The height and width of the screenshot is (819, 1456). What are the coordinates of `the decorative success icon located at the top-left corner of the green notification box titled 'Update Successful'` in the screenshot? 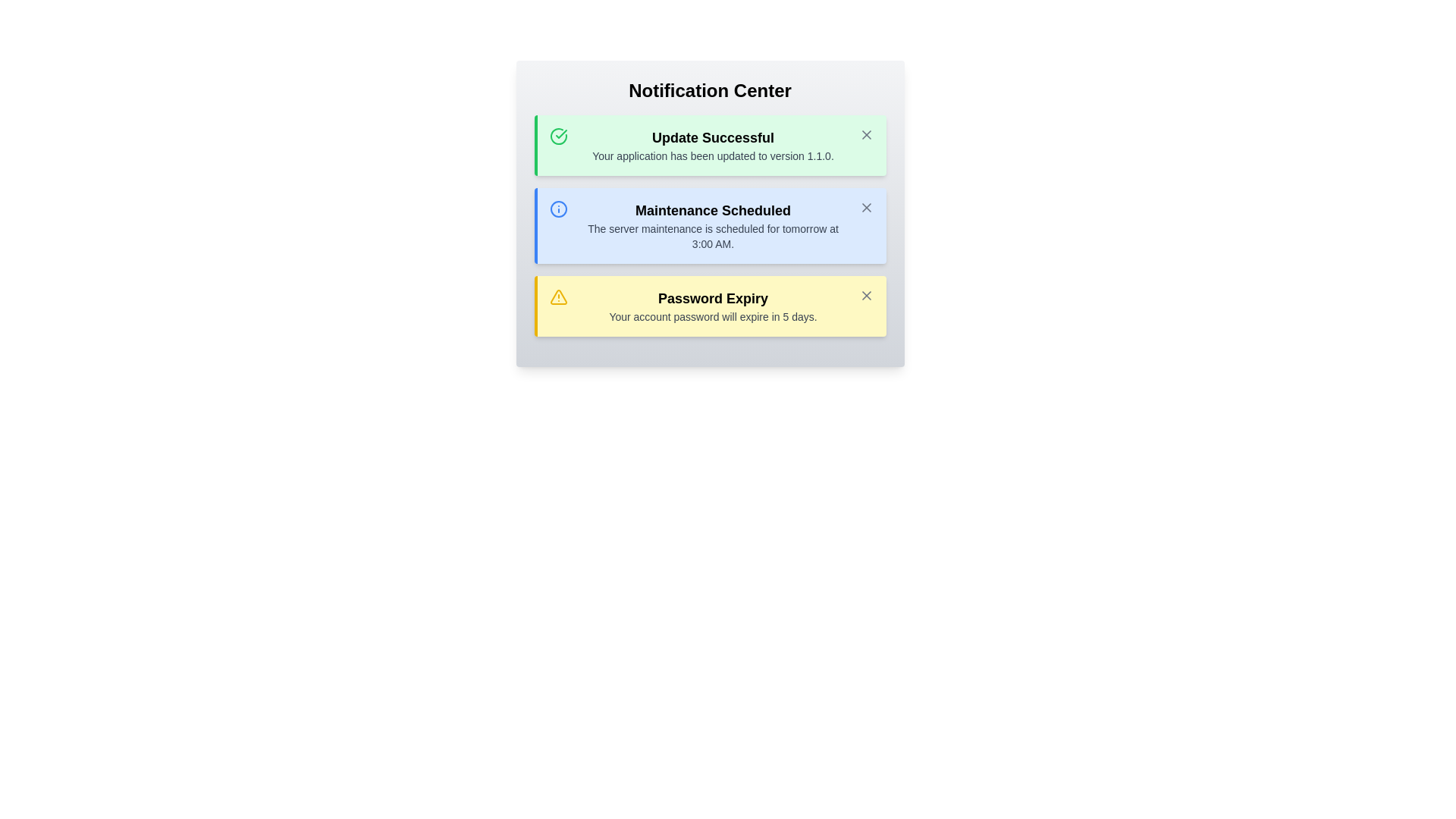 It's located at (557, 136).